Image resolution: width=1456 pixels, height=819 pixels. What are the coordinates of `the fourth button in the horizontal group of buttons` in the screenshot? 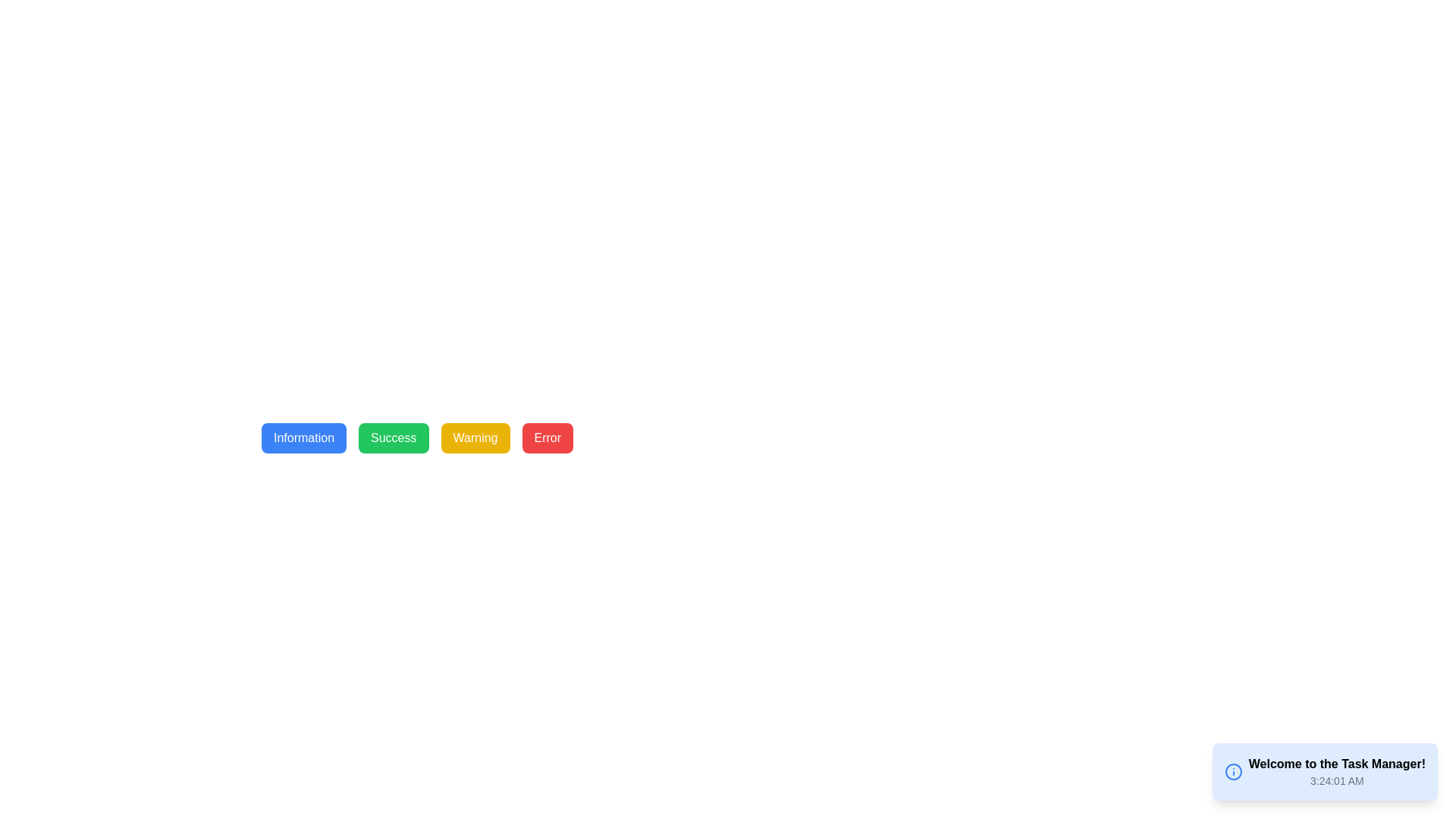 It's located at (547, 438).